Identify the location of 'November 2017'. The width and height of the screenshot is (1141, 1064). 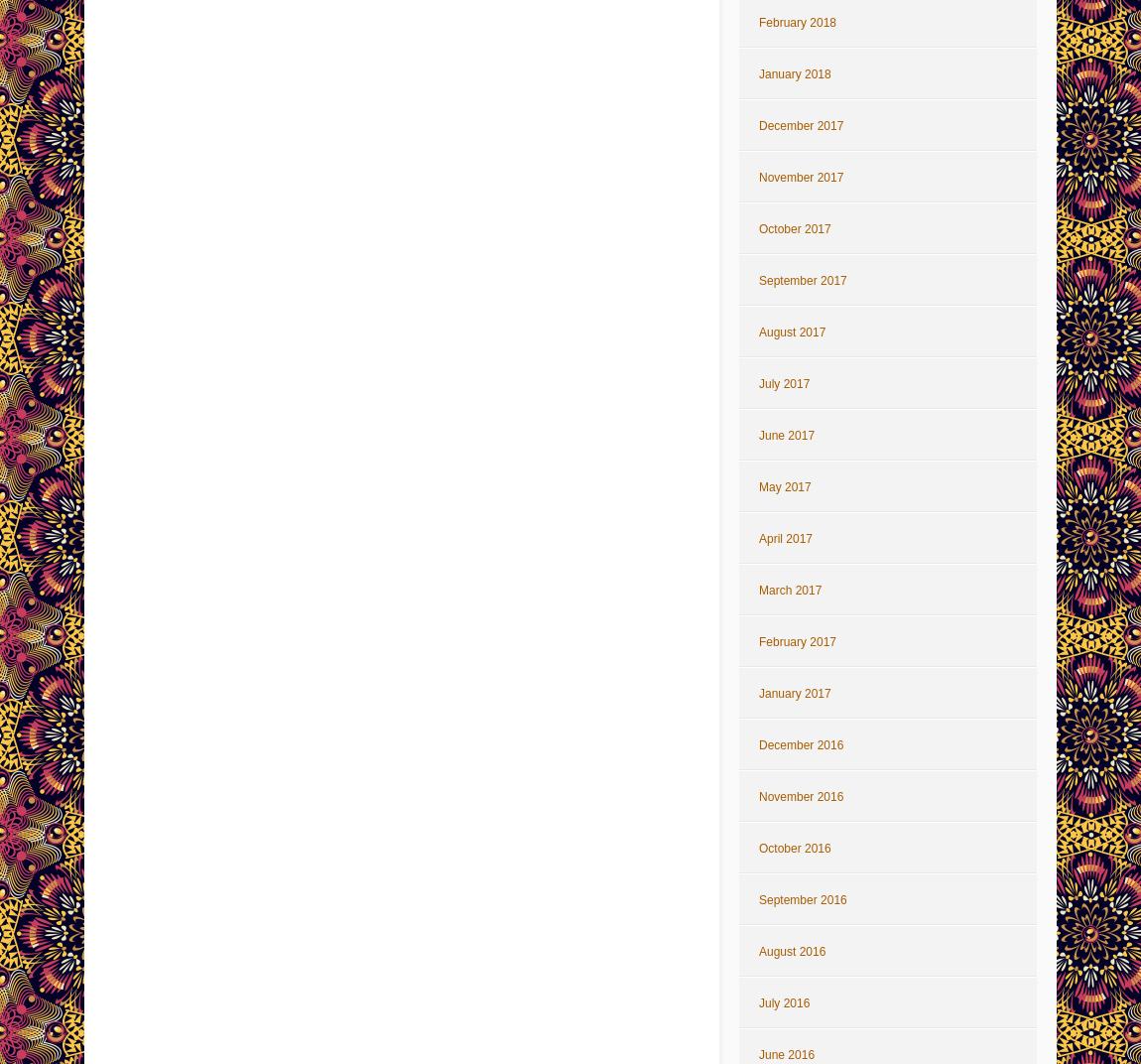
(757, 177).